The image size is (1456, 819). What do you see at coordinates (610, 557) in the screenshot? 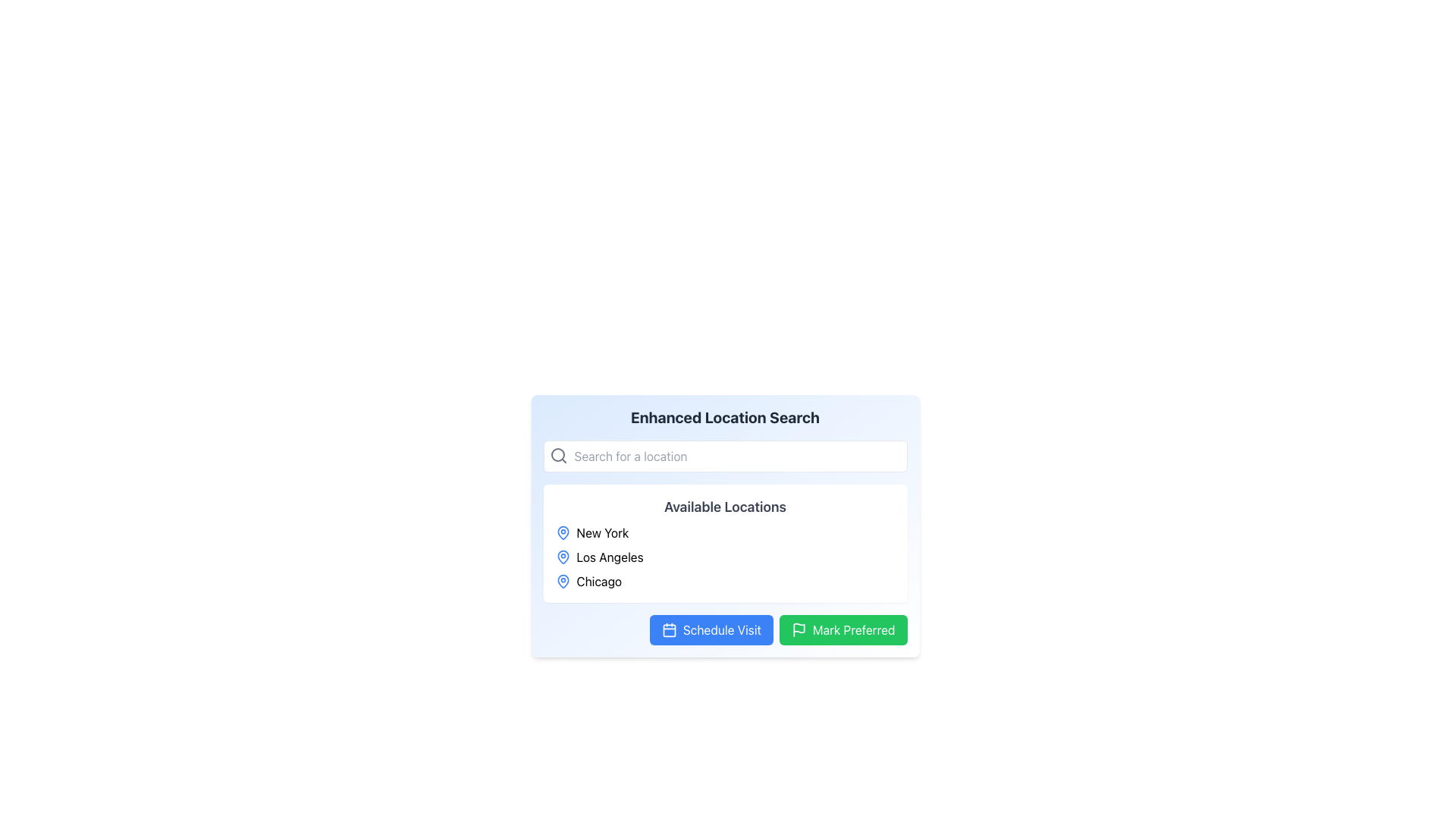
I see `text label 'Los Angeles', which is displayed in black and aligned horizontally next to a blue location pin icon` at bounding box center [610, 557].